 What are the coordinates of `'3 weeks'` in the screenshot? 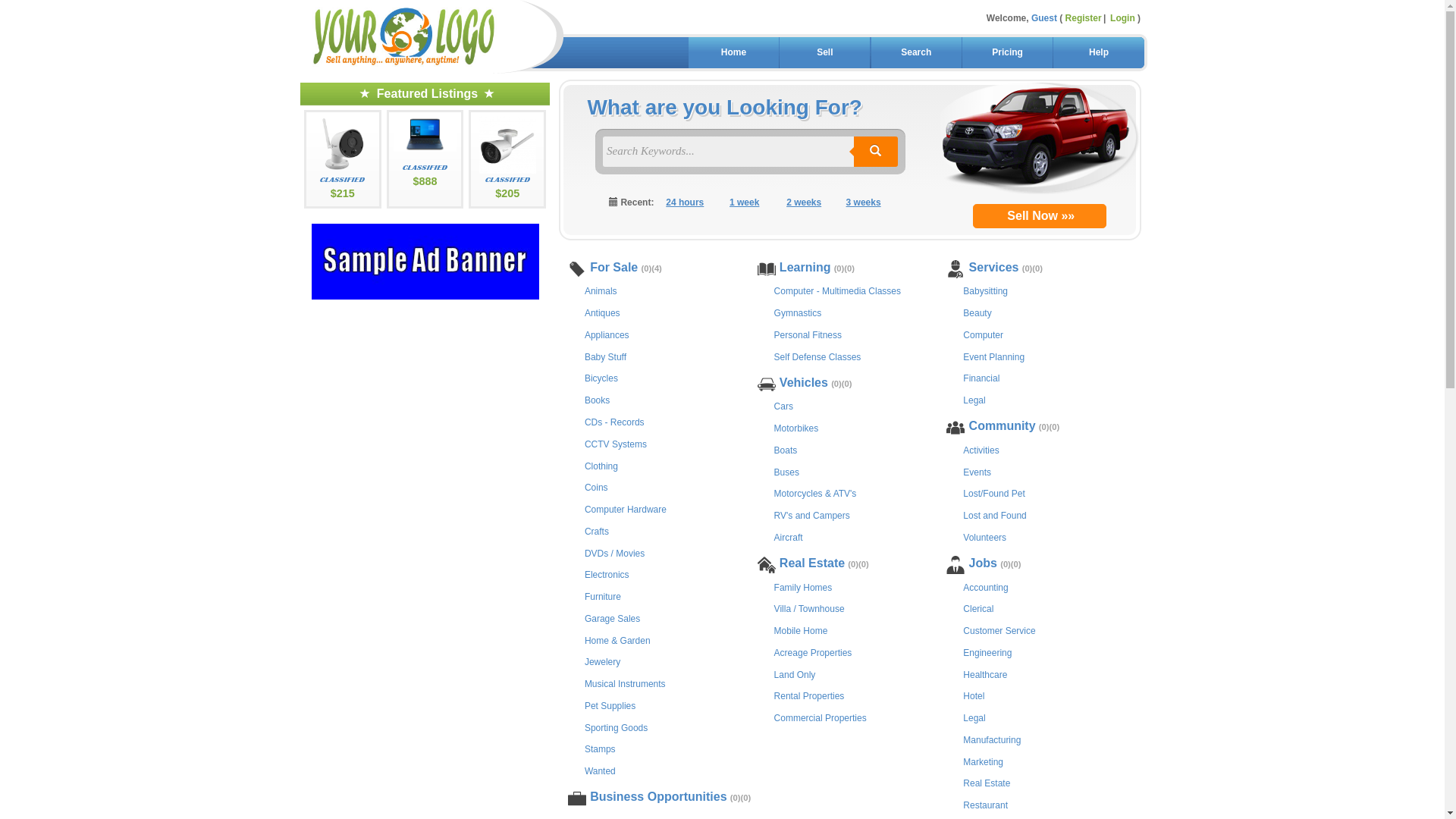 It's located at (863, 202).